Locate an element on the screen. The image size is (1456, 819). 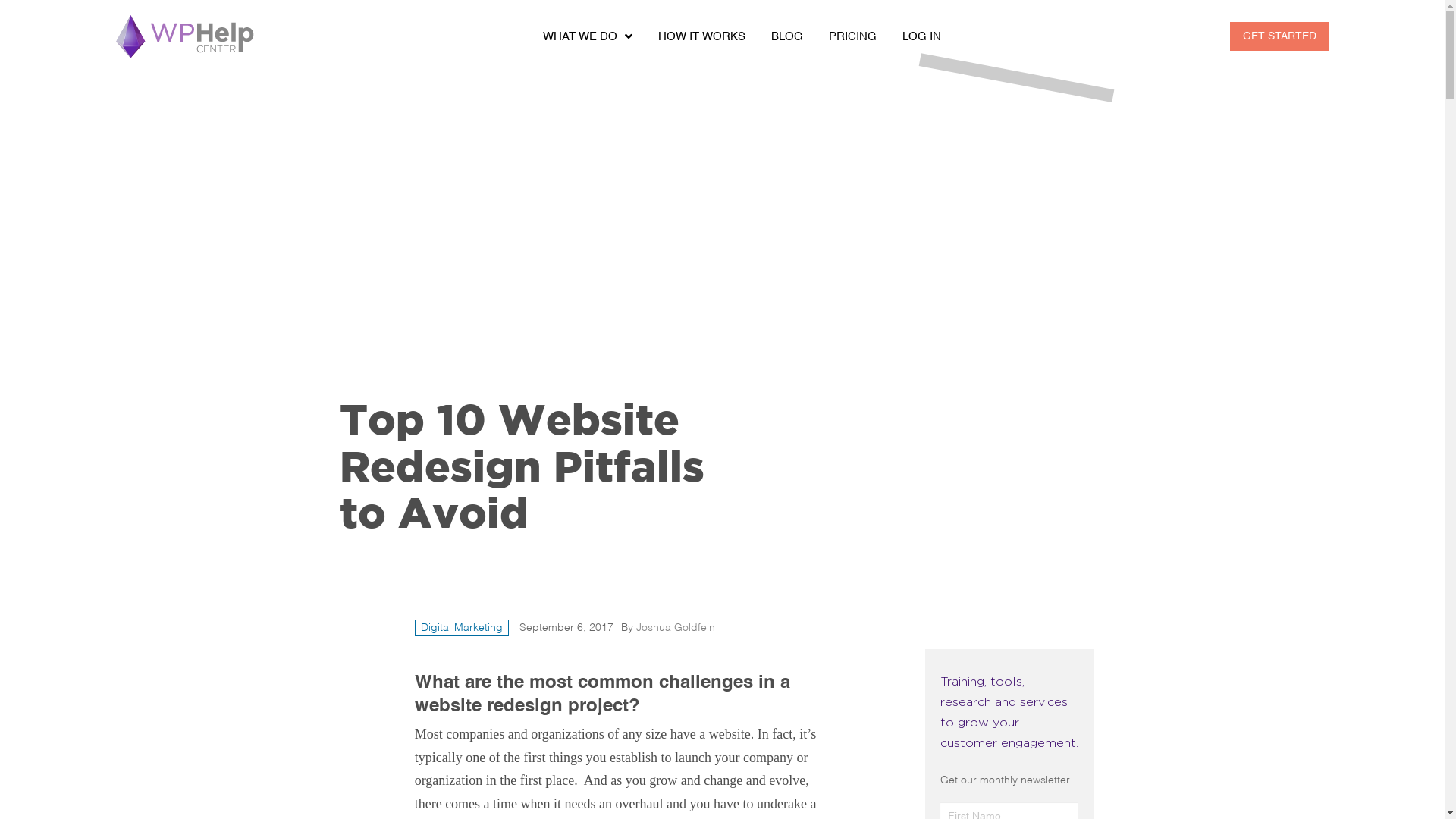
'WHAT WE DO' is located at coordinates (529, 35).